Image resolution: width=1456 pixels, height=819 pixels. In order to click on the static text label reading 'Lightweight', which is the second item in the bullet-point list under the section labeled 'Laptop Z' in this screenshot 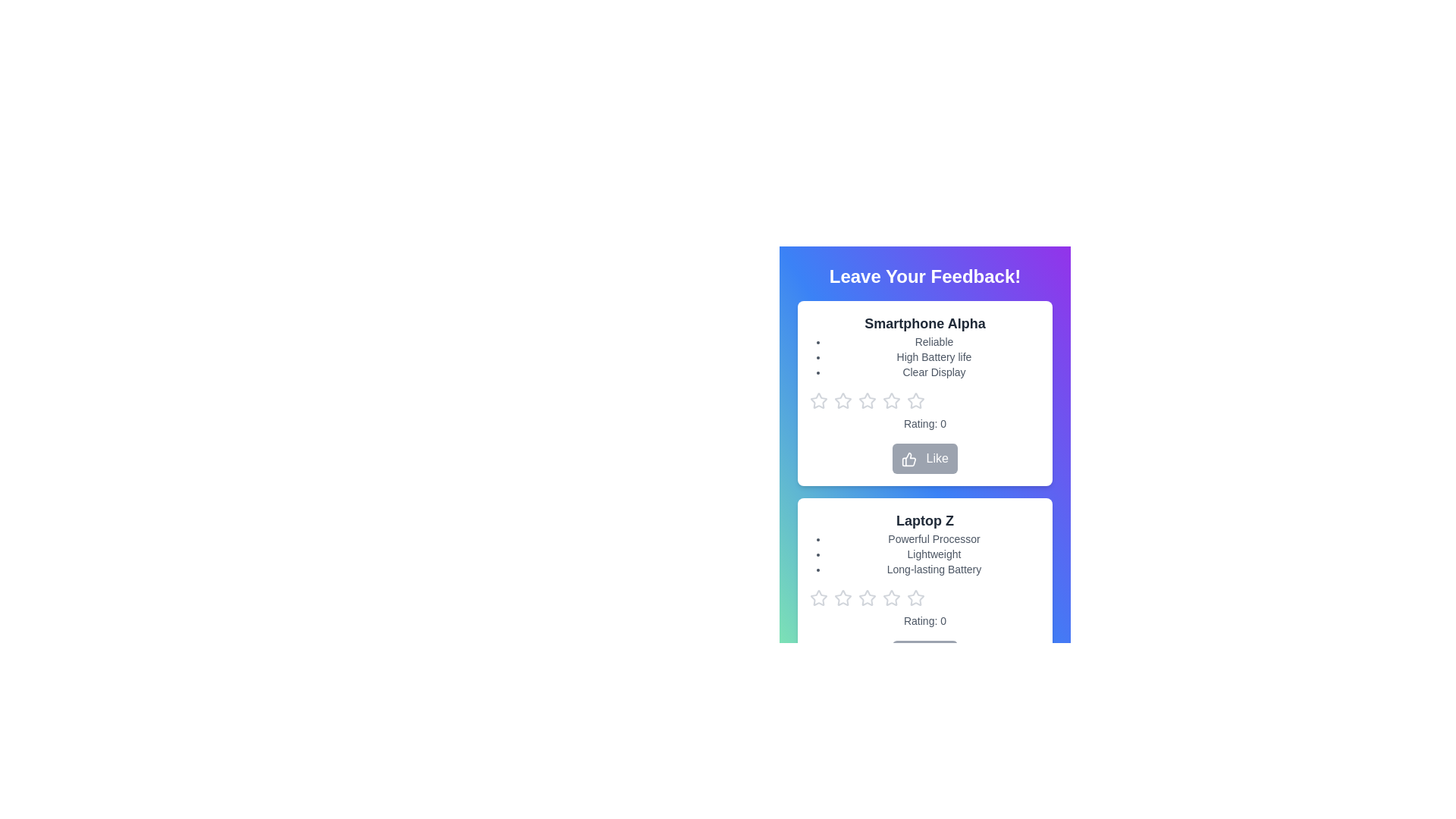, I will do `click(934, 554)`.